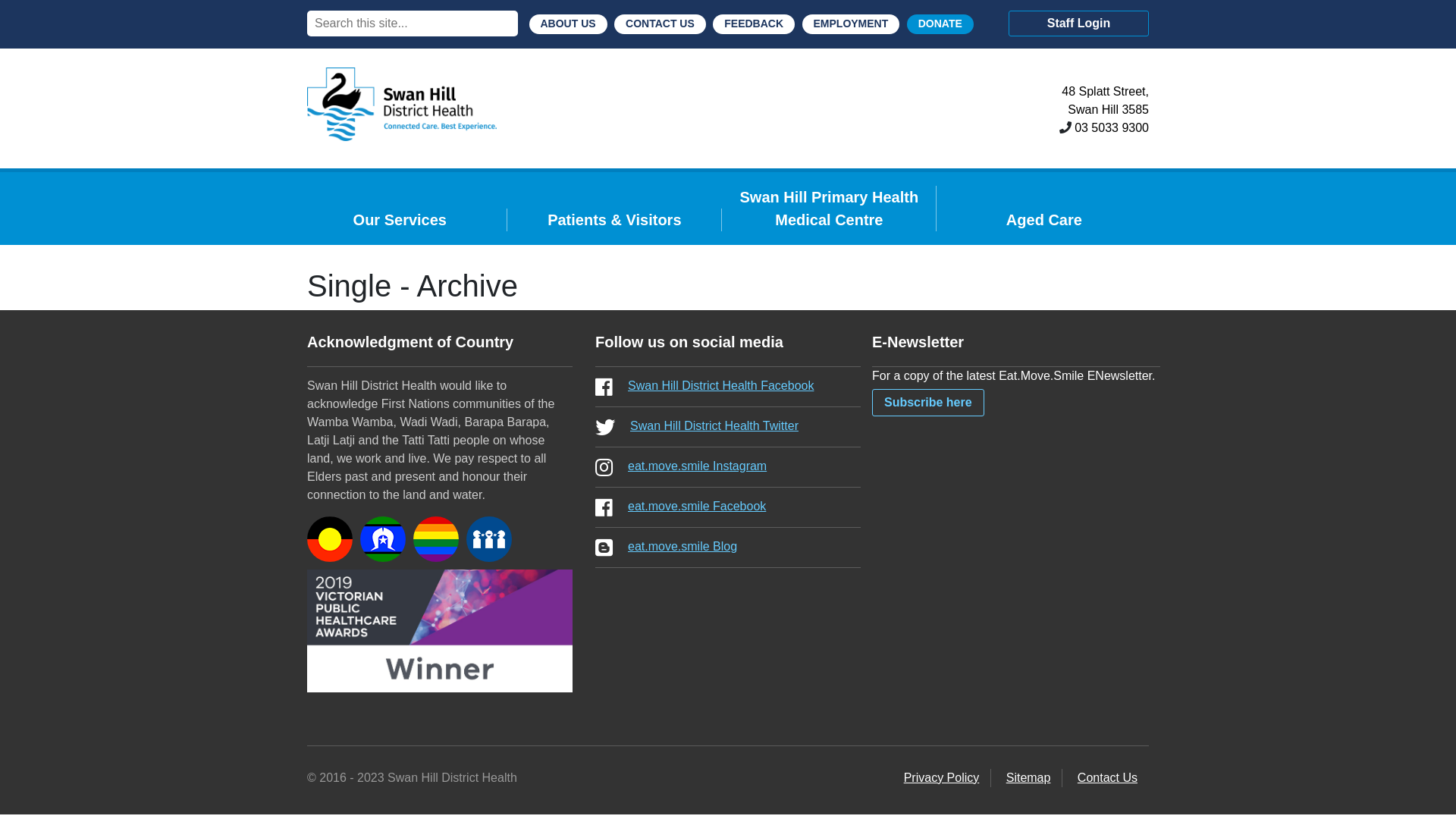 The width and height of the screenshot is (1456, 819). Describe the element at coordinates (567, 24) in the screenshot. I see `'ABOUT US'` at that location.